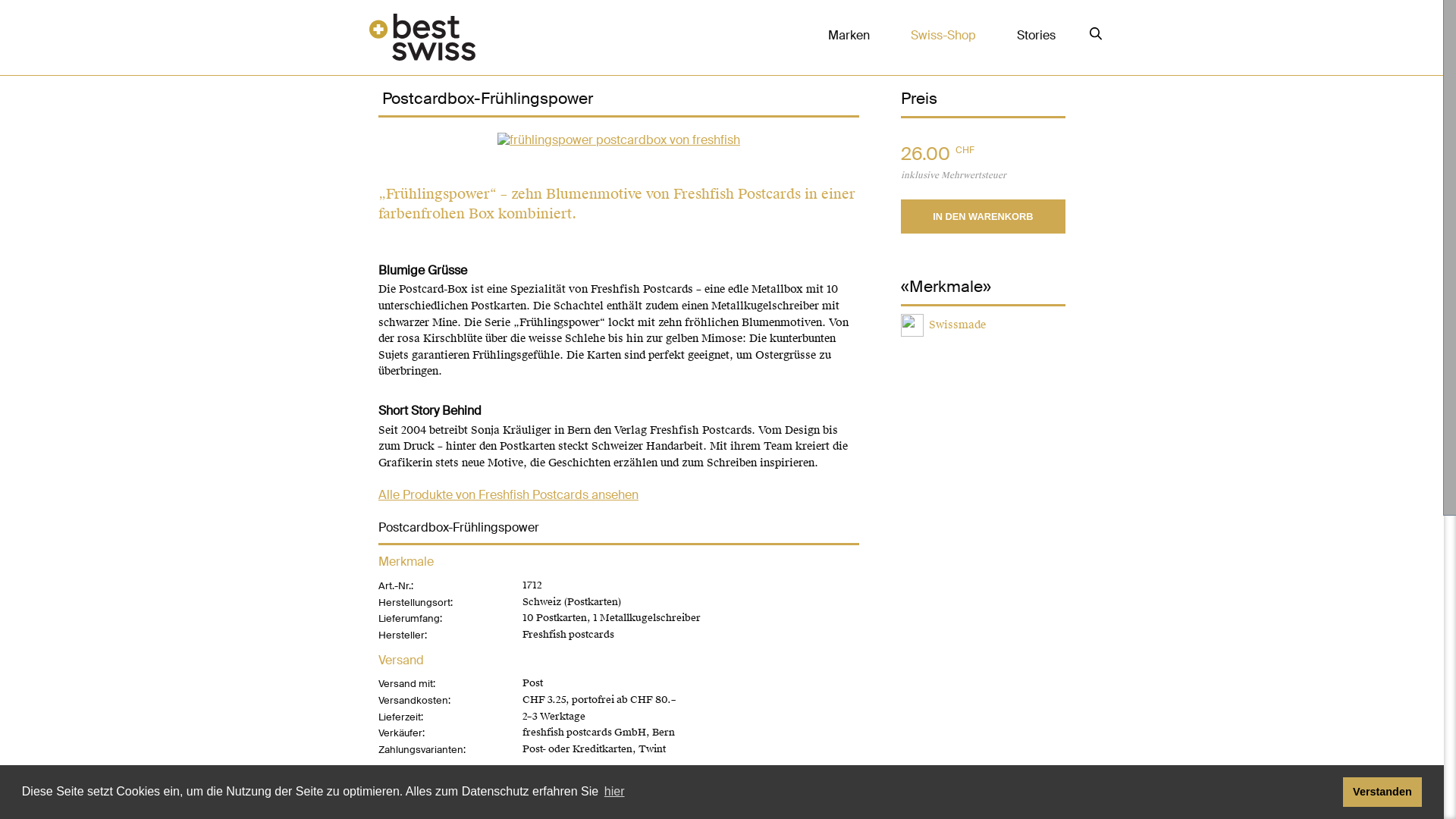  I want to click on 'hier', so click(614, 791).